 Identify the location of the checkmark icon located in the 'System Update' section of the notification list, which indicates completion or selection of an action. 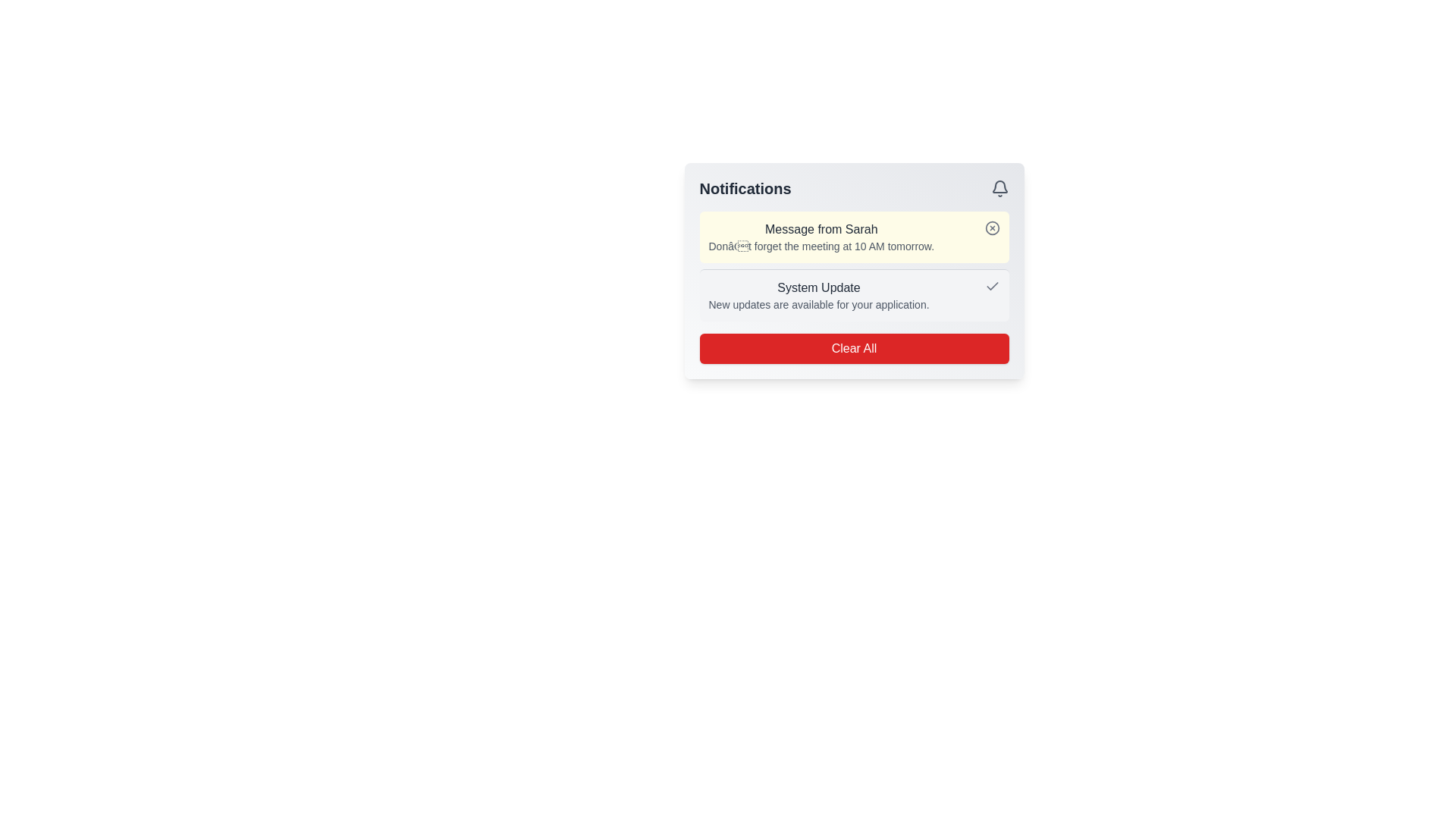
(992, 286).